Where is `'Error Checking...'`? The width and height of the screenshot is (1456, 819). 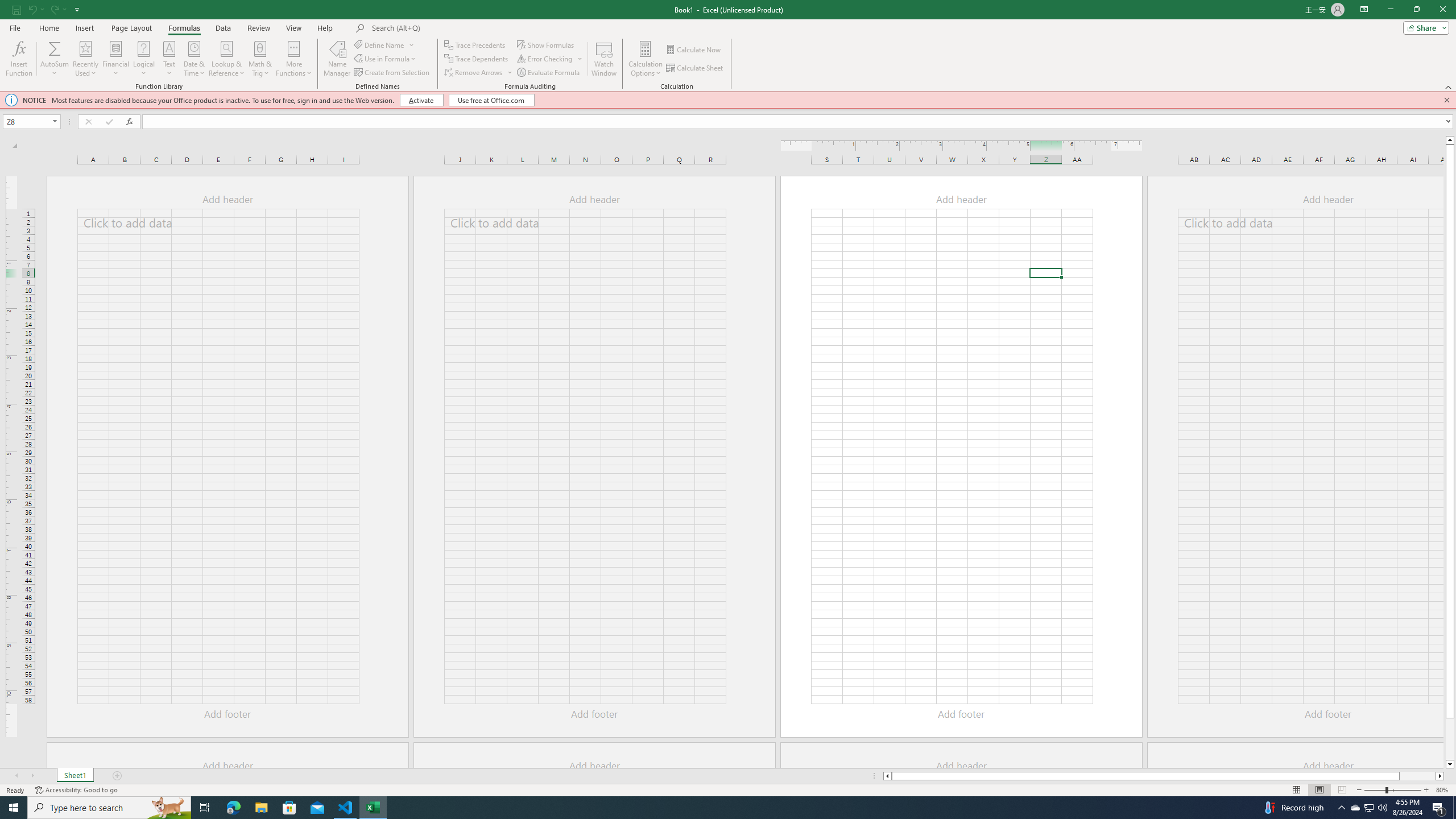
'Error Checking...' is located at coordinates (549, 59).